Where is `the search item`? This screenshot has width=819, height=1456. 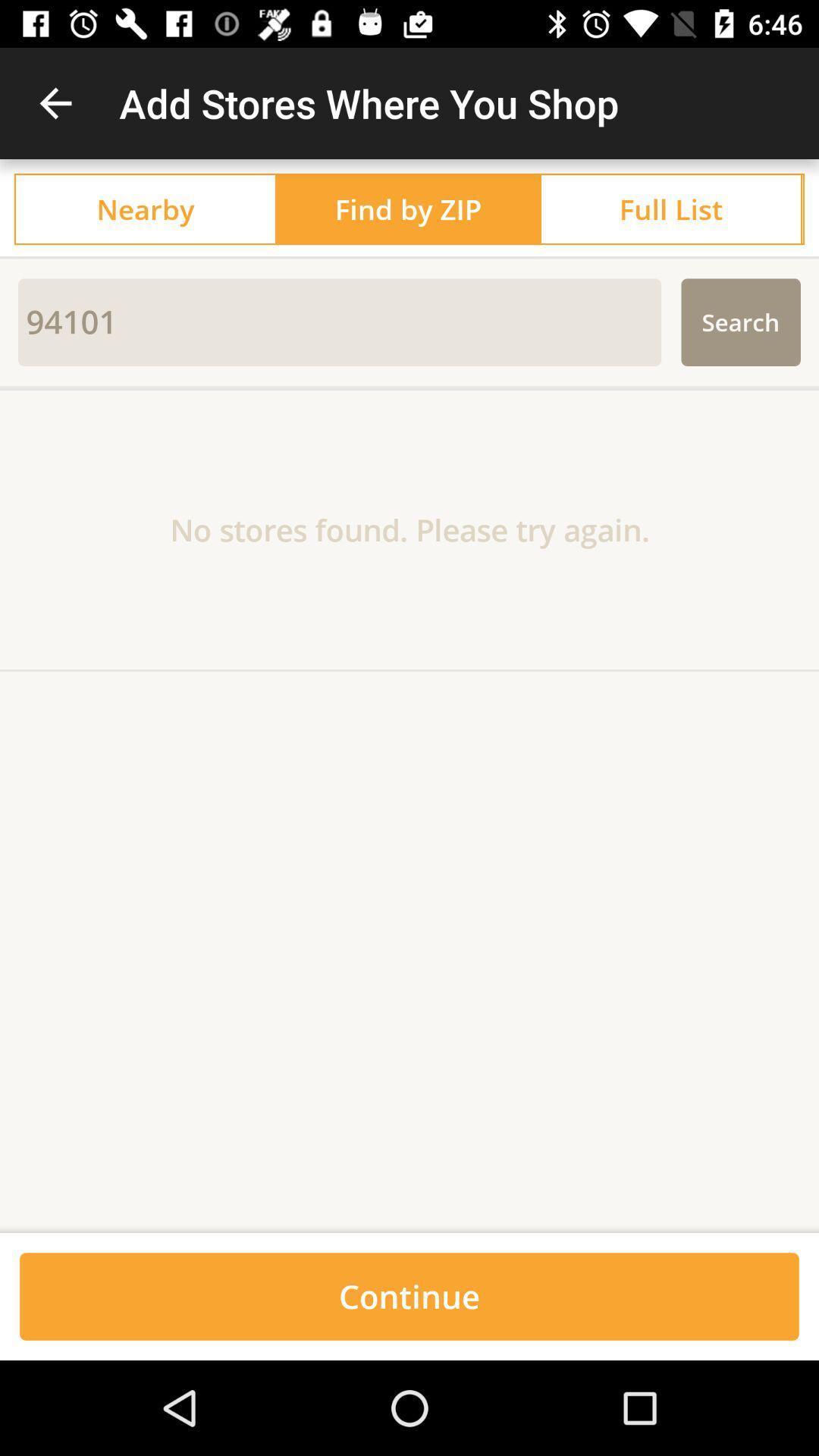 the search item is located at coordinates (739, 321).